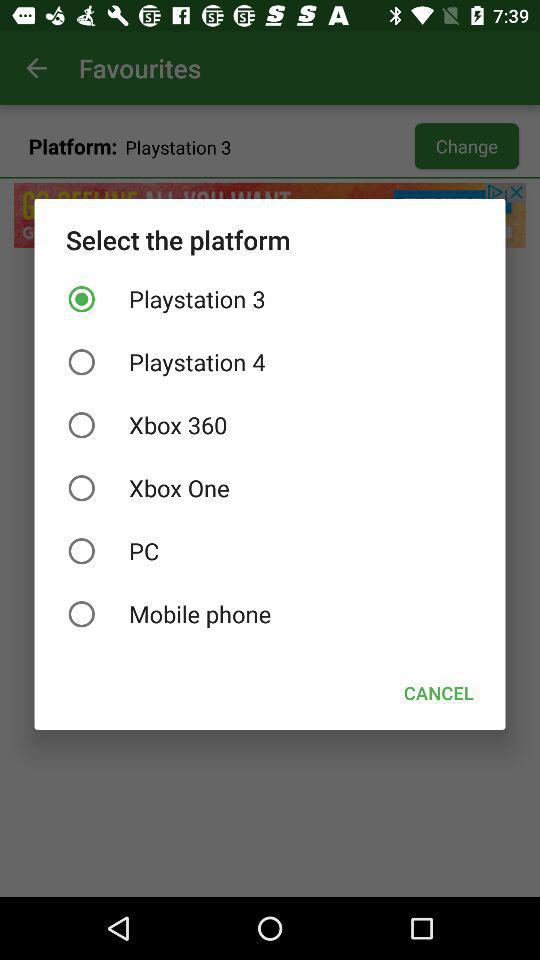 The image size is (540, 960). What do you see at coordinates (437, 693) in the screenshot?
I see `cancel icon` at bounding box center [437, 693].